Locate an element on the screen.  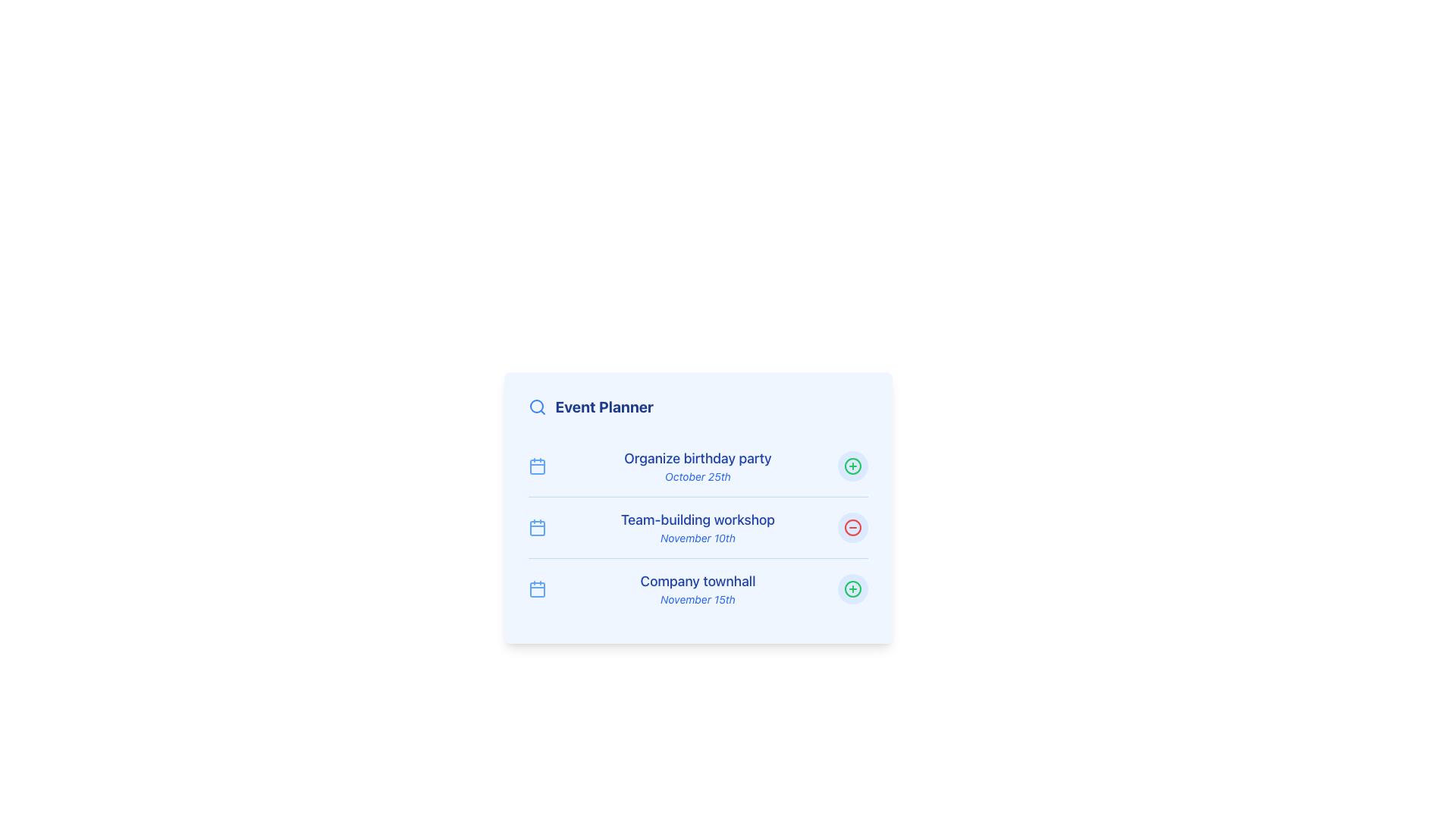
the button located at the right end of the 'Team-building workshop' row, next to the text 'November 10th', to observe the hover effect is located at coordinates (852, 526).